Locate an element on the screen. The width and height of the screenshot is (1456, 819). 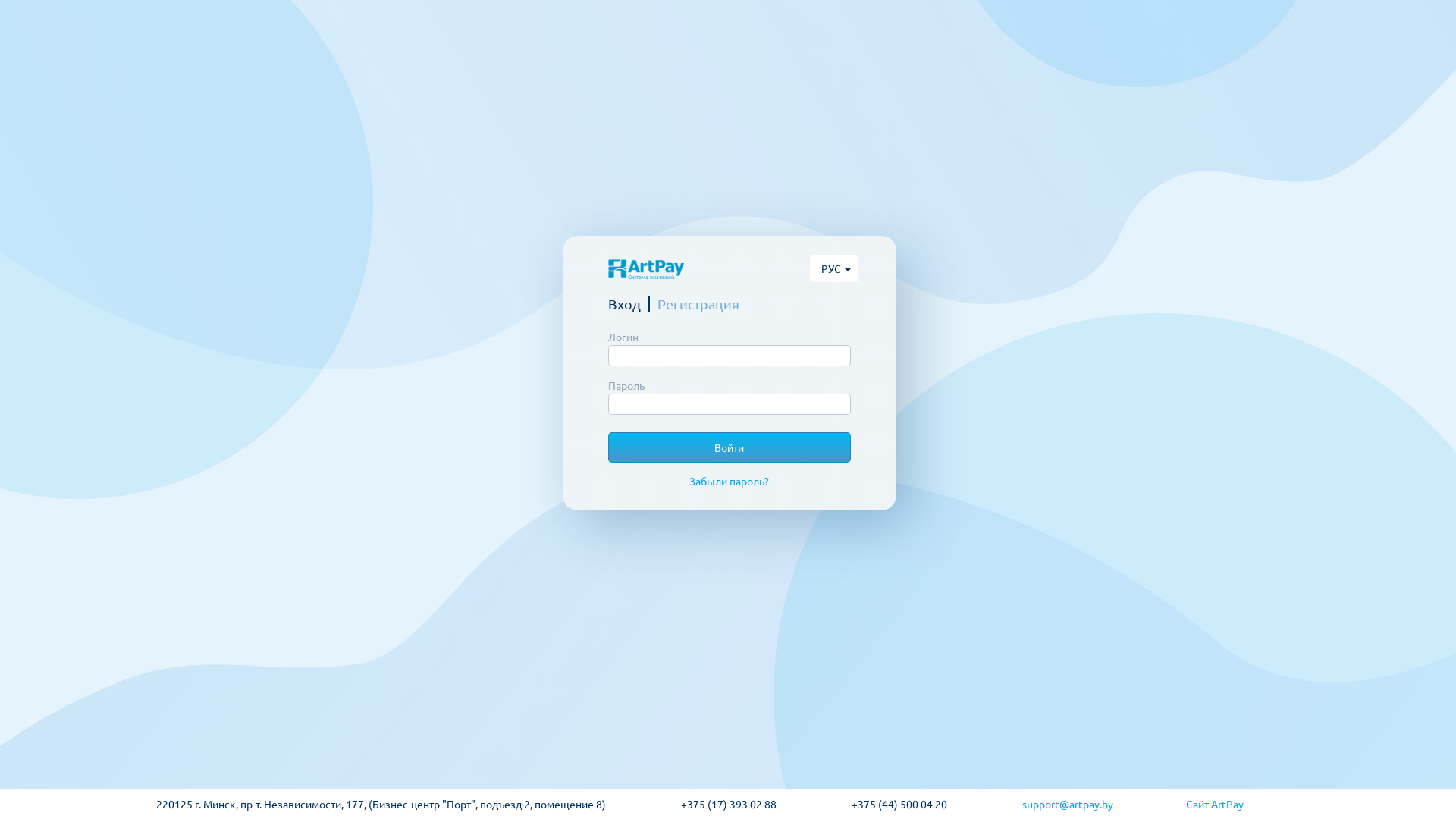
'support@artpay.by' is located at coordinates (1022, 803).